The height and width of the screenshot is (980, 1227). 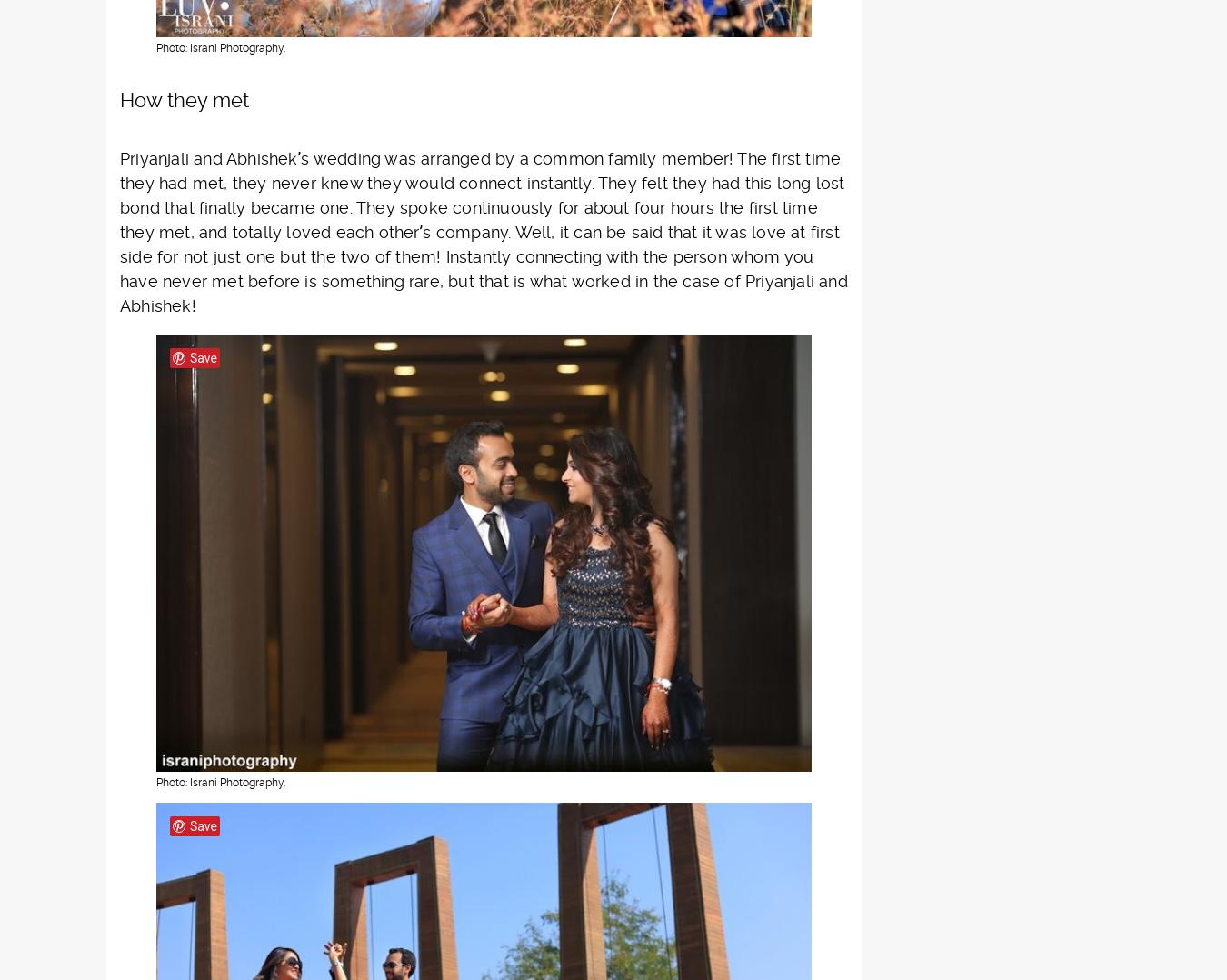 I want to click on 'jewellers', so click(x=670, y=505).